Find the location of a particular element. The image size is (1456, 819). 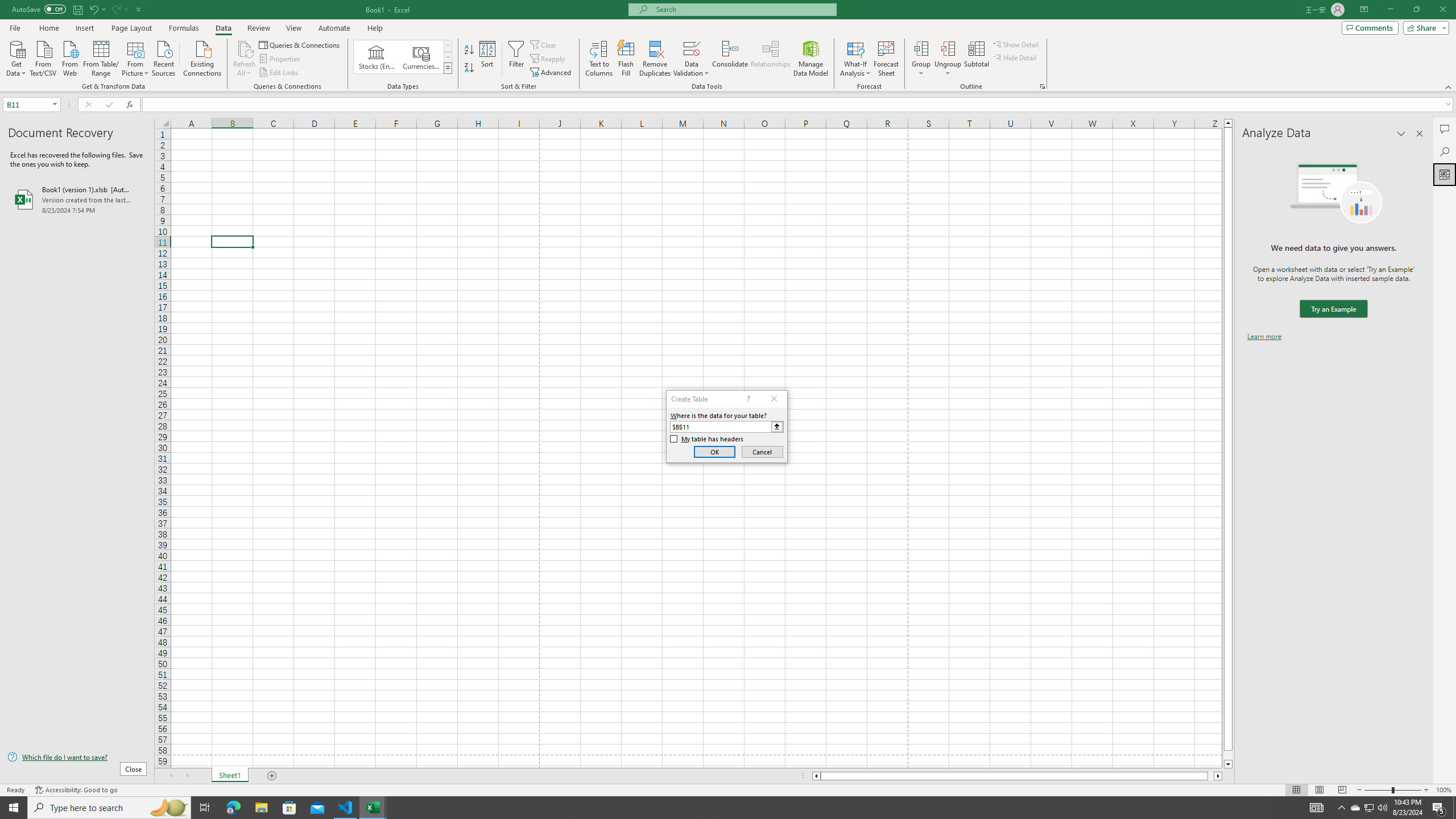

'Sort Z to A' is located at coordinates (469, 67).